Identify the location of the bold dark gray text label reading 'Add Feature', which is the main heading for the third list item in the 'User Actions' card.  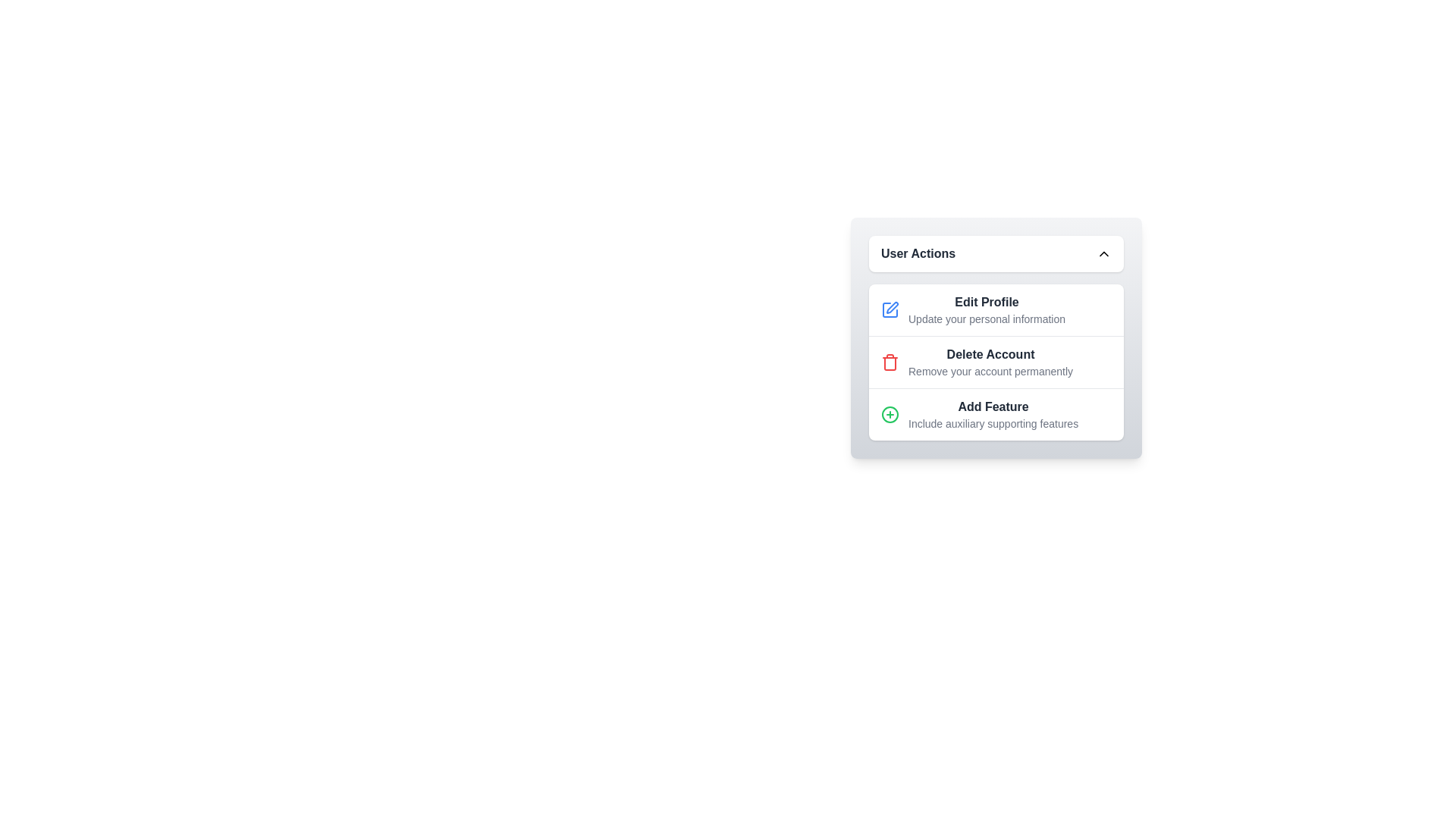
(993, 406).